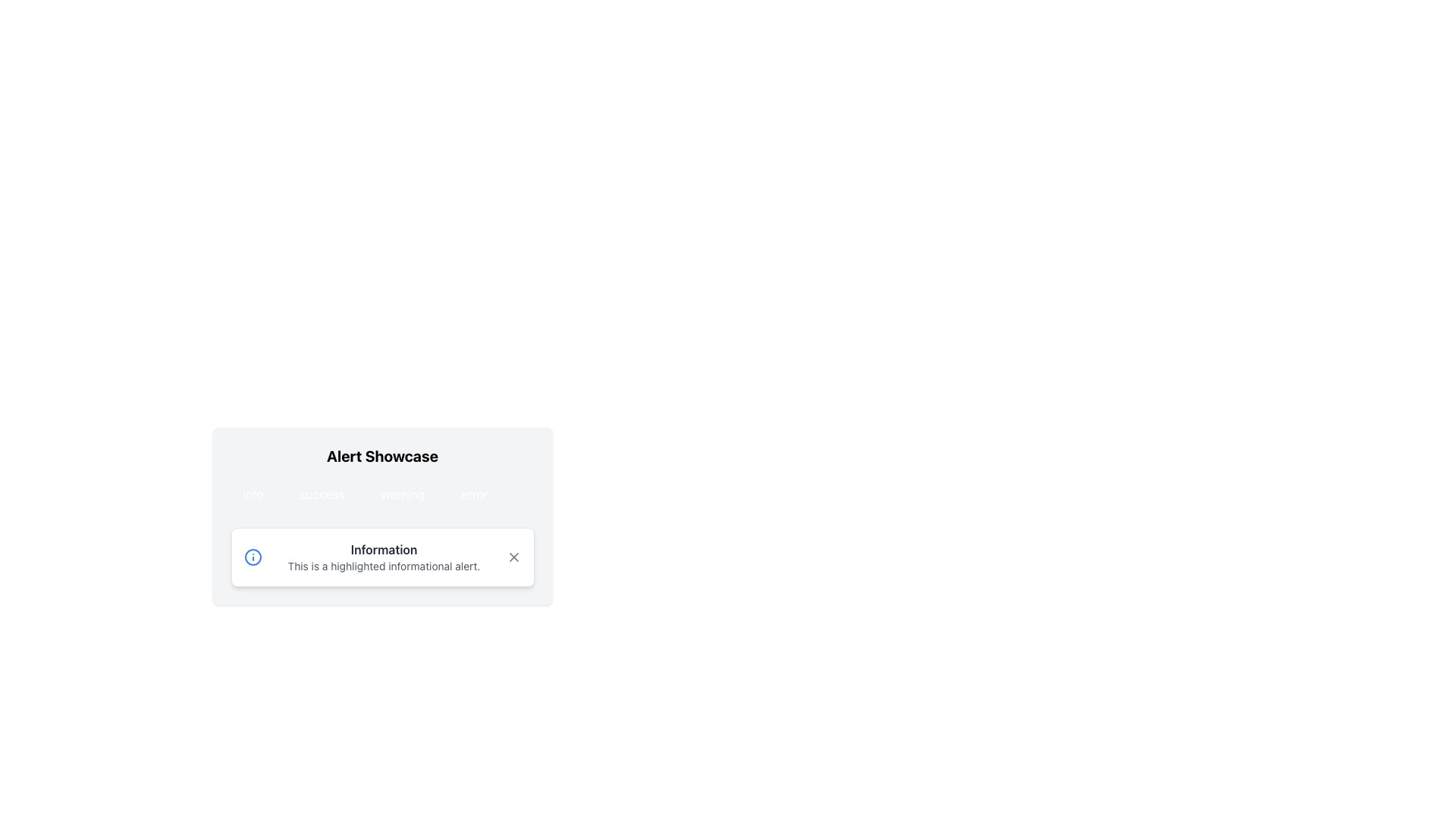 Image resolution: width=1456 pixels, height=819 pixels. Describe the element at coordinates (382, 557) in the screenshot. I see `informational content from the alert display titled 'Information', which contains the description 'This is a highlighted informational alert.'` at that location.